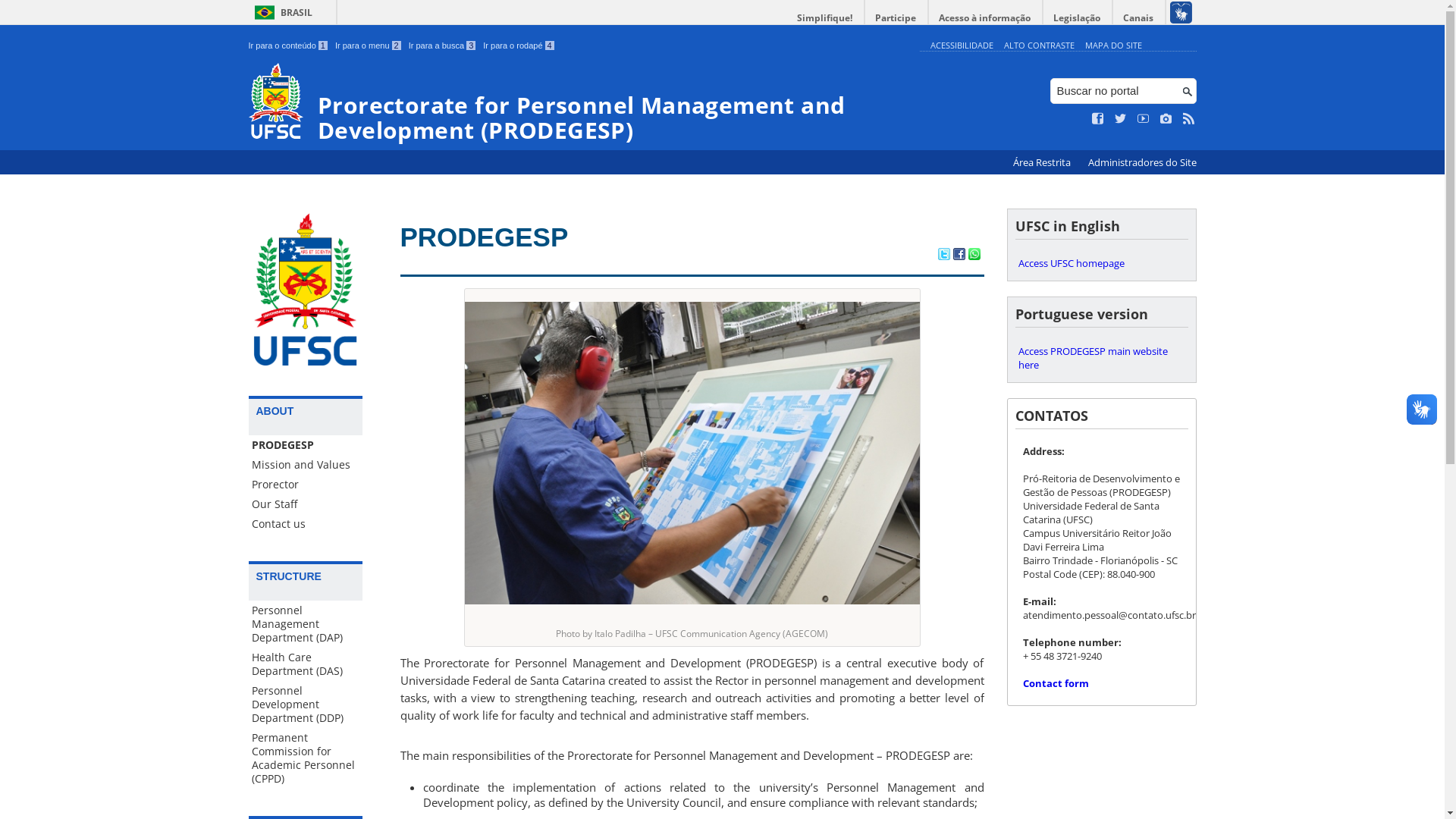 The height and width of the screenshot is (819, 1456). Describe the element at coordinates (305, 623) in the screenshot. I see `'Personnel Management Department (DAP)'` at that location.